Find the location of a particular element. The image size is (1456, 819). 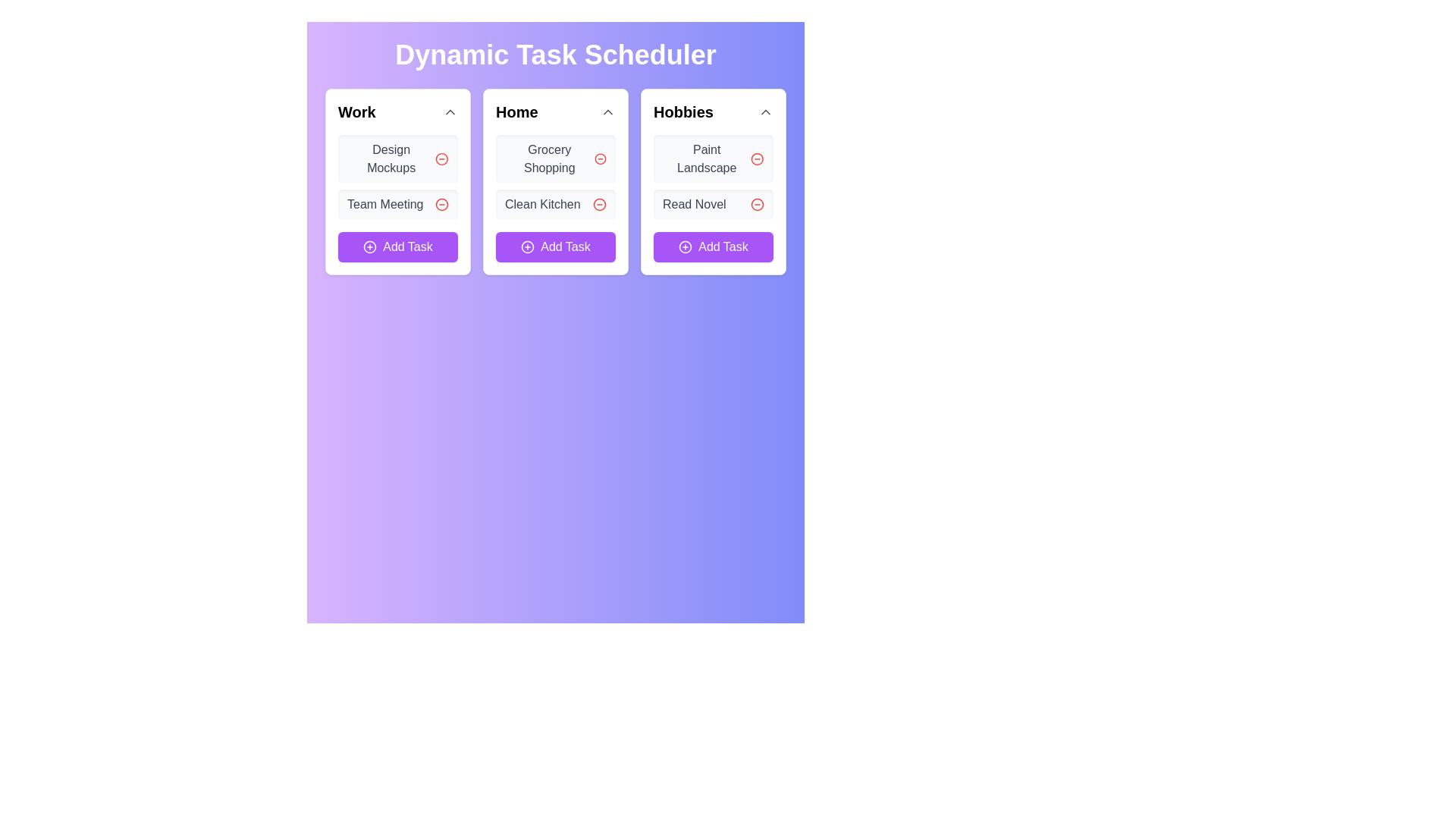

the button that allows users to add a new task to the 'Home' section, located at the bottom beneath 'Grocery Shopping' and 'Clean Kitchen' is located at coordinates (555, 246).